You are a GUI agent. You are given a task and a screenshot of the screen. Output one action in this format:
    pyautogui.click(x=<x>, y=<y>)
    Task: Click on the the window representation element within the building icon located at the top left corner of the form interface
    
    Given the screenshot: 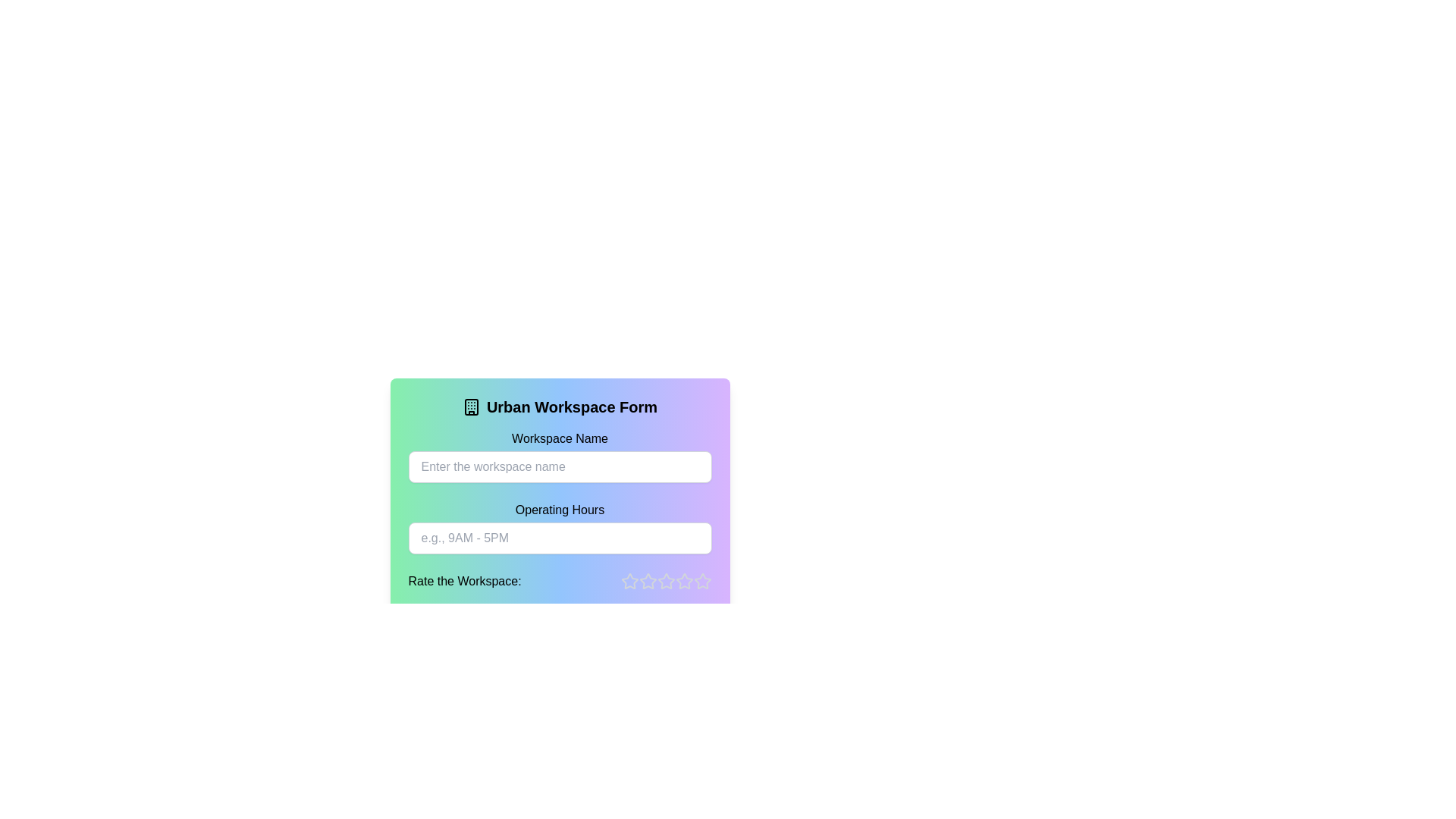 What is the action you would take?
    pyautogui.click(x=470, y=406)
    